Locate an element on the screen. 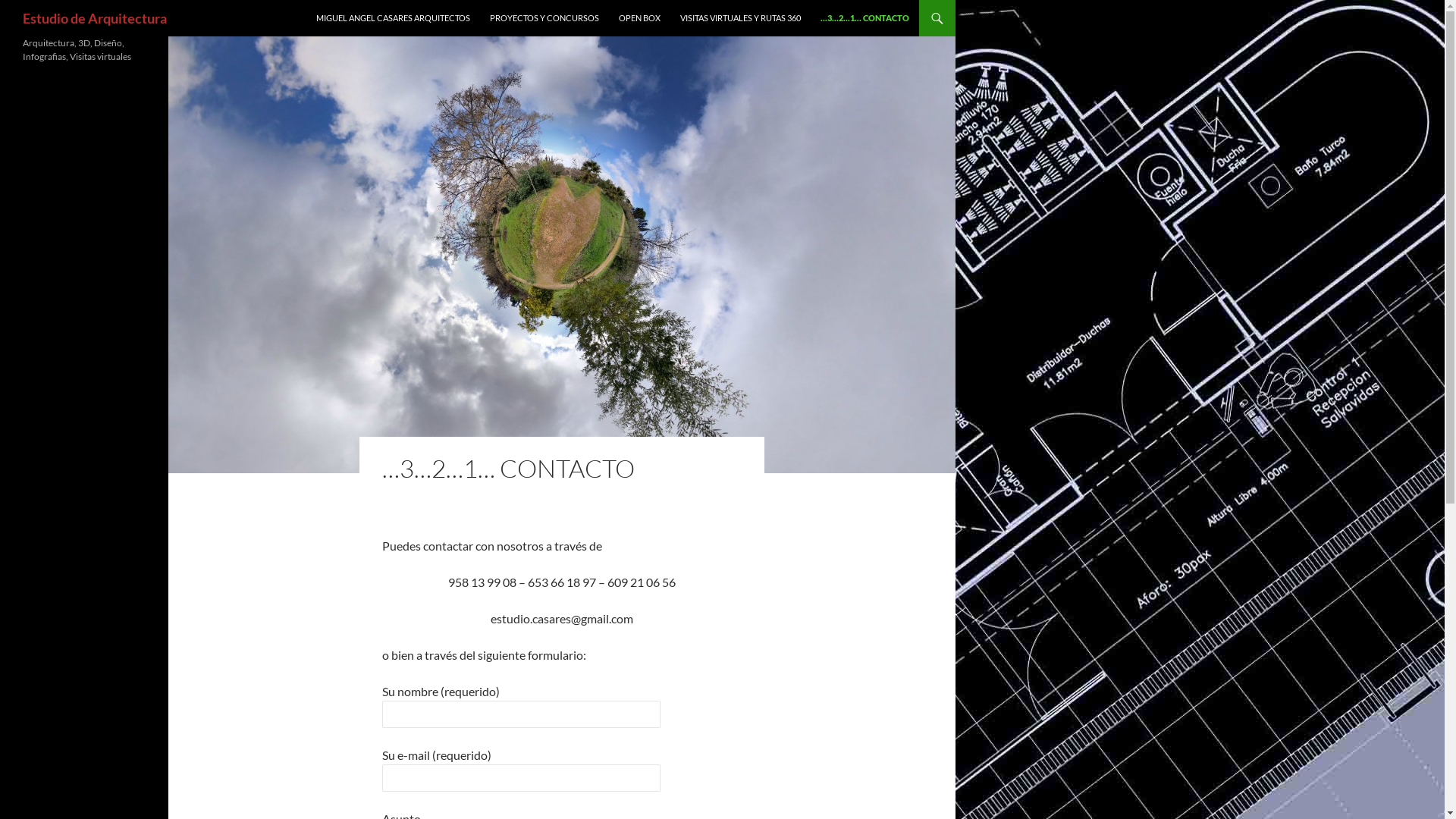 The height and width of the screenshot is (819, 1456). 'MIGUEL ANGEL CASARES ARQUITECTOS' is located at coordinates (393, 17).